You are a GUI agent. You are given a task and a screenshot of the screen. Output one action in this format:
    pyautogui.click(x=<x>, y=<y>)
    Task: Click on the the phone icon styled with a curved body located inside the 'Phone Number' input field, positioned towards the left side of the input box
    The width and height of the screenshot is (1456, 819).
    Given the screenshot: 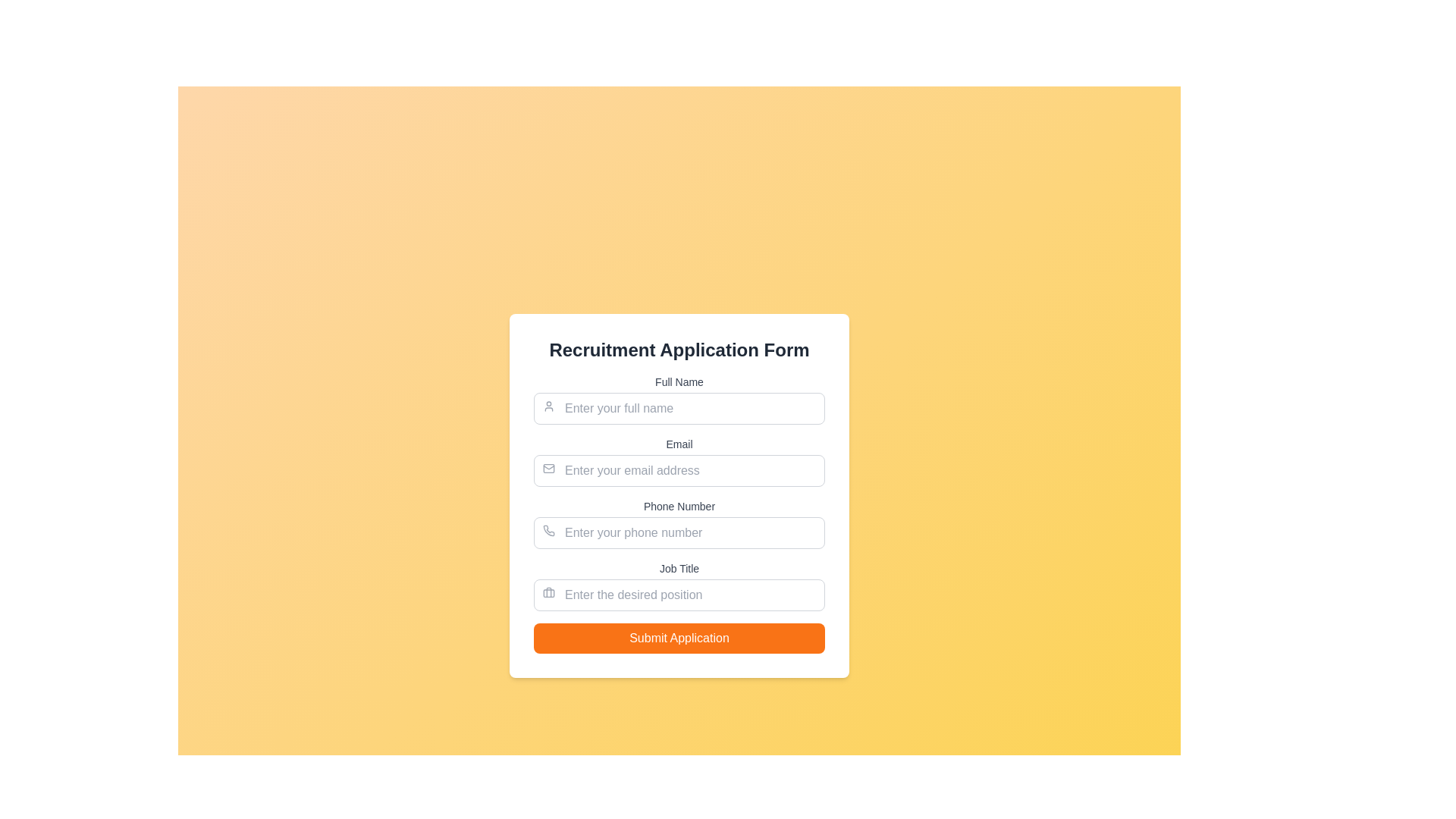 What is the action you would take?
    pyautogui.click(x=548, y=529)
    